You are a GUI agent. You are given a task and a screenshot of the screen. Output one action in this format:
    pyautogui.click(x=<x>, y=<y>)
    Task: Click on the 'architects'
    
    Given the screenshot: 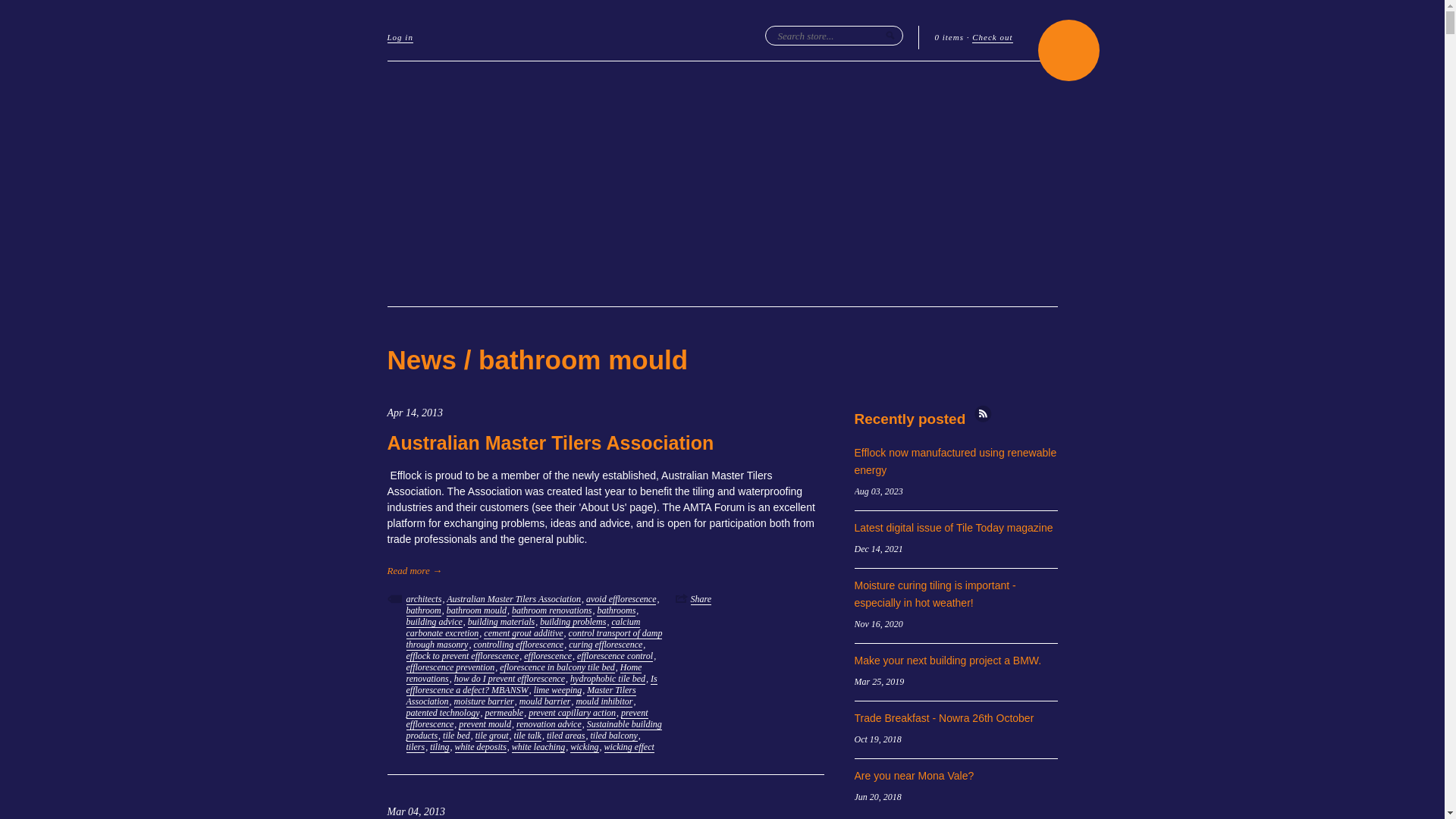 What is the action you would take?
    pyautogui.click(x=406, y=598)
    